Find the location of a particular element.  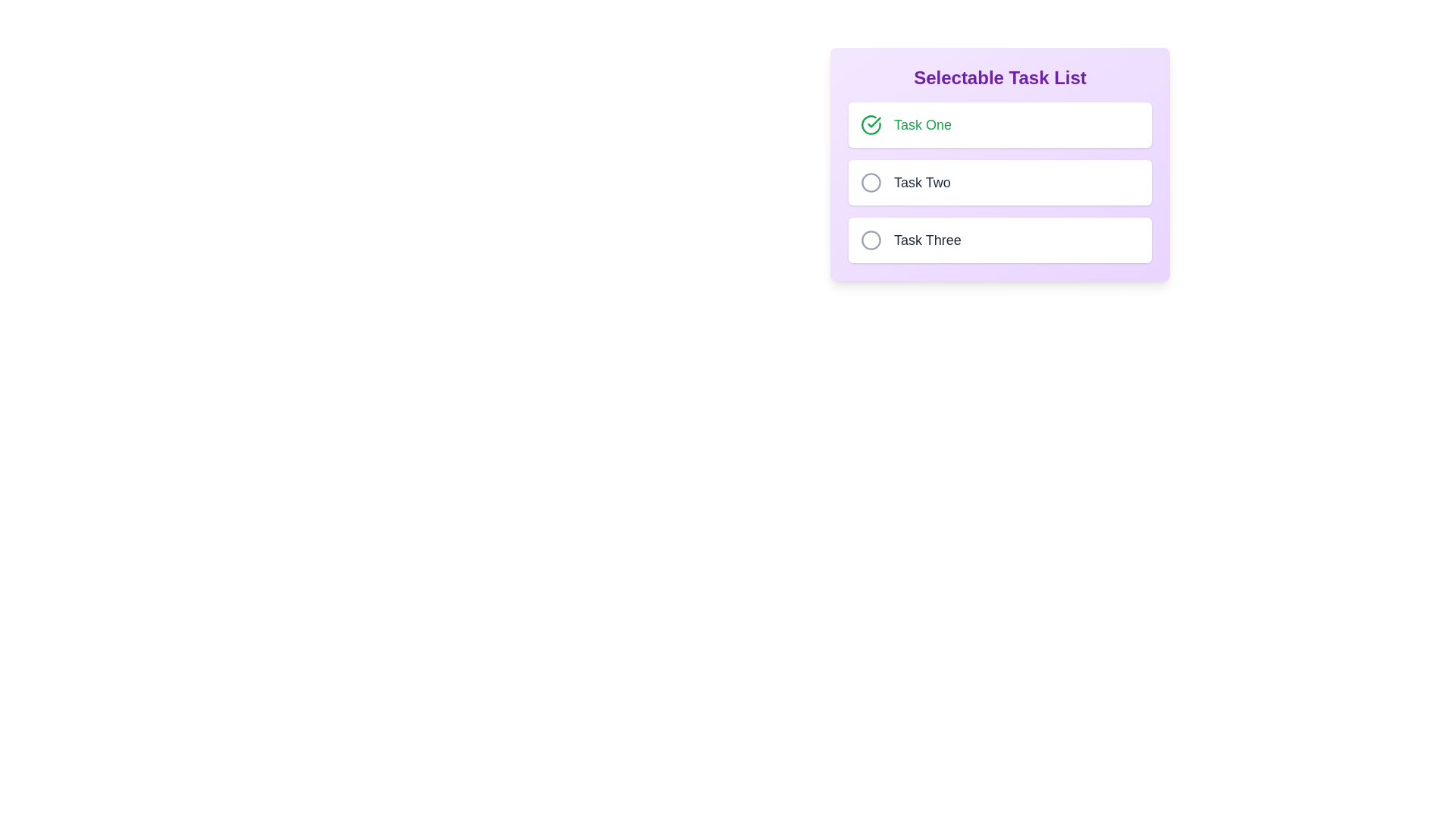

the text label for the third task option in the task list to associate it with the selectable option is located at coordinates (910, 239).